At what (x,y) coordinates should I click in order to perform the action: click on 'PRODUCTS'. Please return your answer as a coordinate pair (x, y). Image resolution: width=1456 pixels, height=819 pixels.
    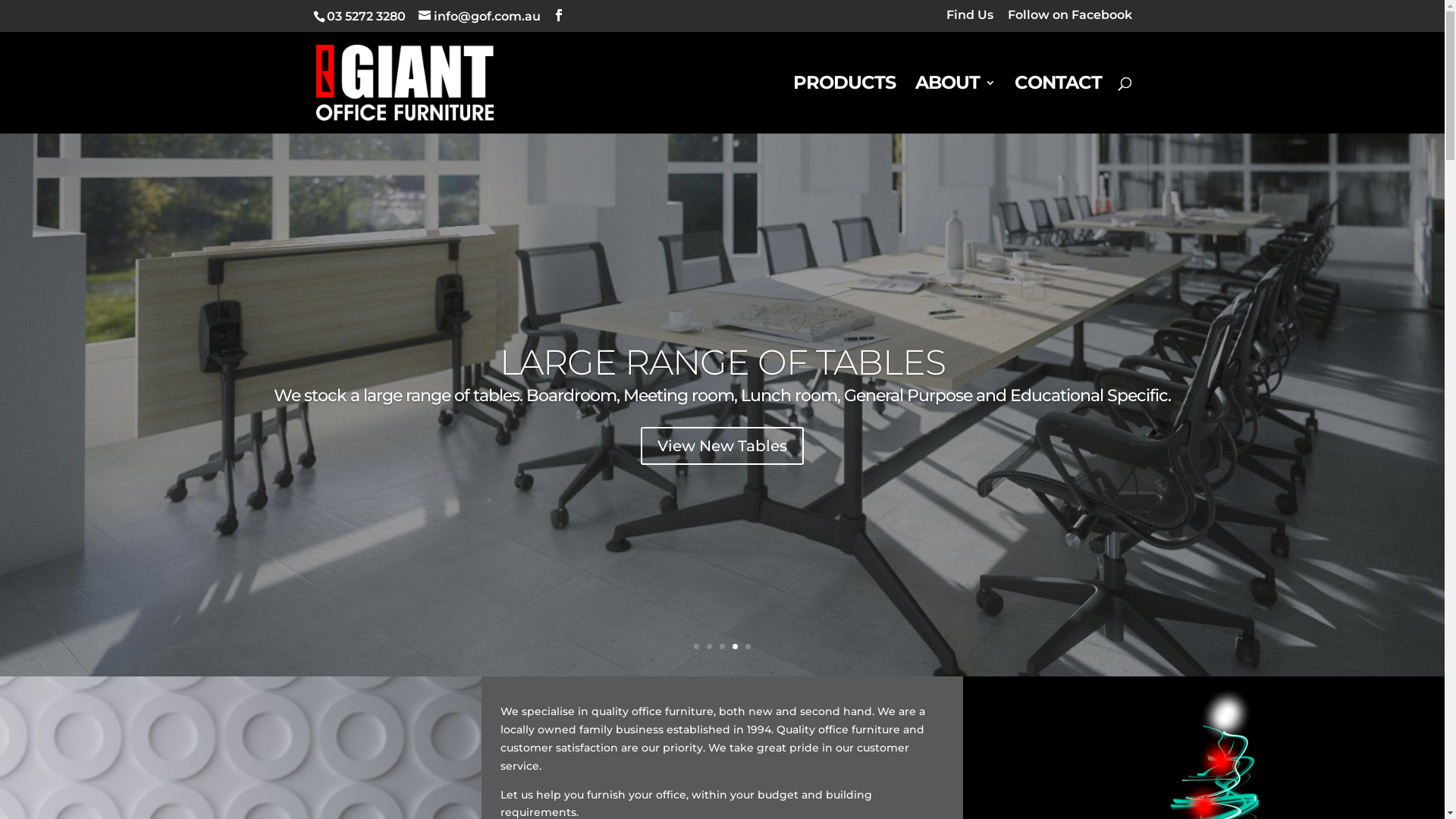
    Looking at the image, I should click on (843, 104).